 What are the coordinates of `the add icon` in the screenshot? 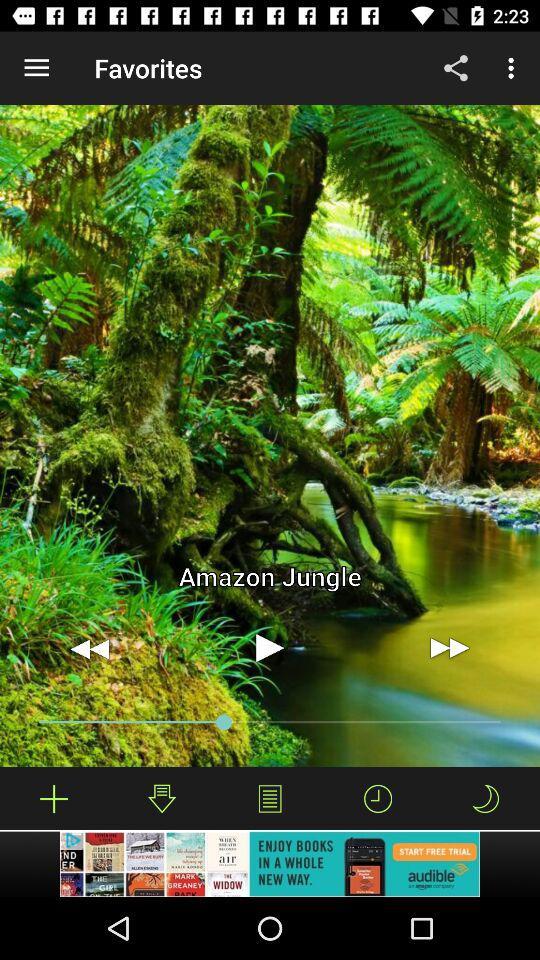 It's located at (54, 798).